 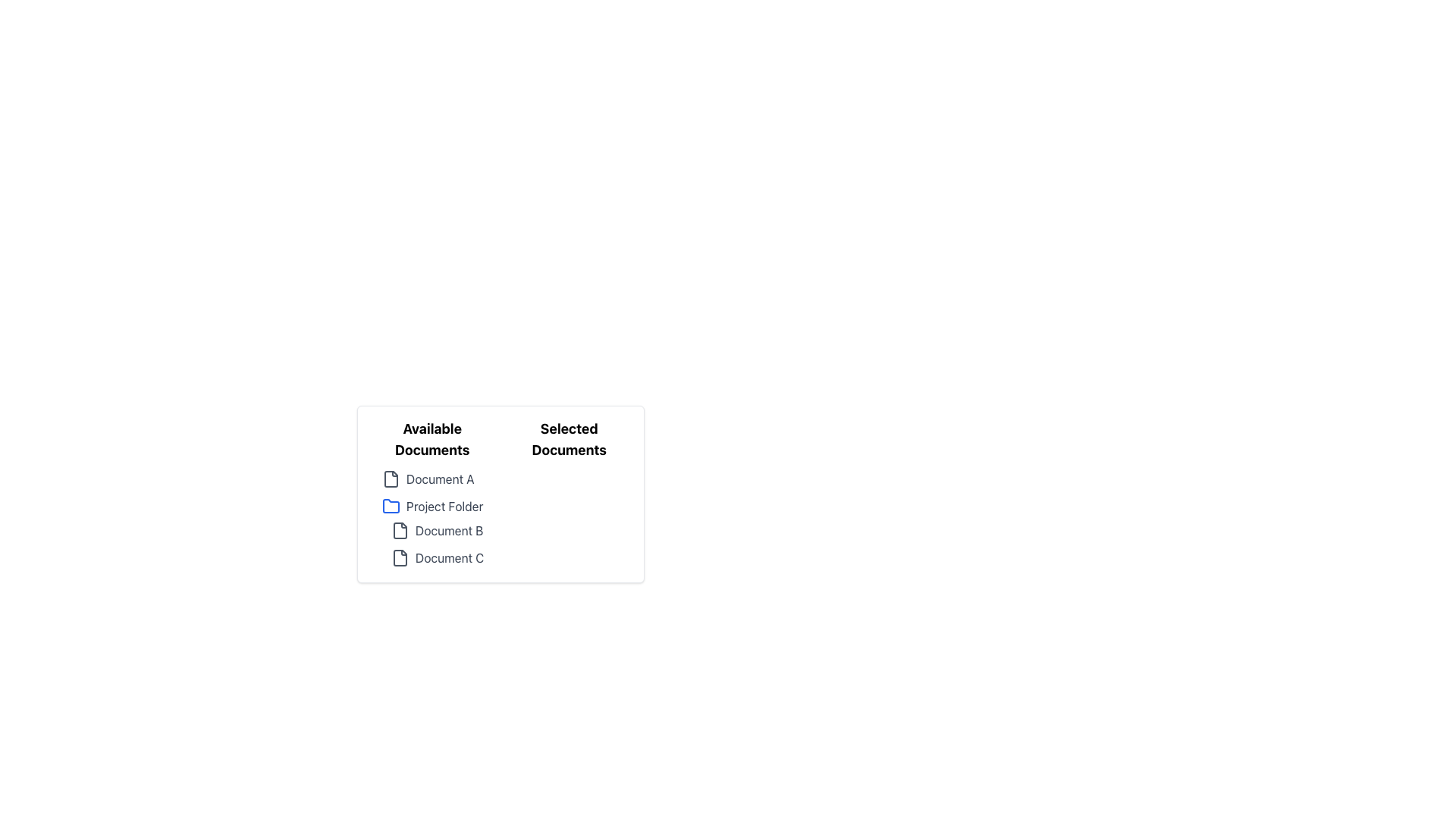 I want to click on the List Item containing the file icon and text 'Document C' from its position in the 'Available Documents' list, so click(x=441, y=558).